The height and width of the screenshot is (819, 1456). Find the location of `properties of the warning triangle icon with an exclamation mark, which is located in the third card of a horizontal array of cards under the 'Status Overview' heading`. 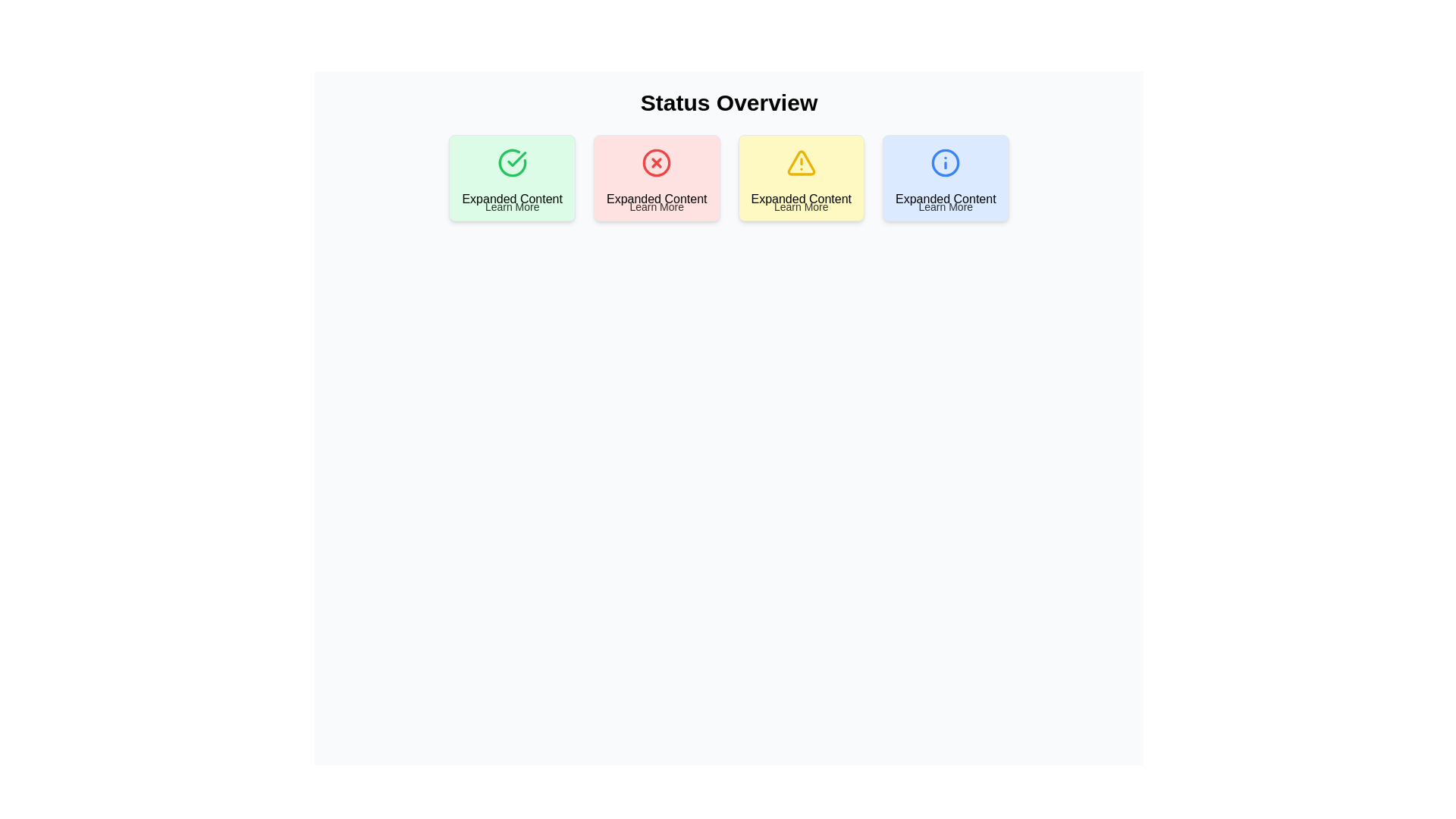

properties of the warning triangle icon with an exclamation mark, which is located in the third card of a horizontal array of cards under the 'Status Overview' heading is located at coordinates (800, 163).